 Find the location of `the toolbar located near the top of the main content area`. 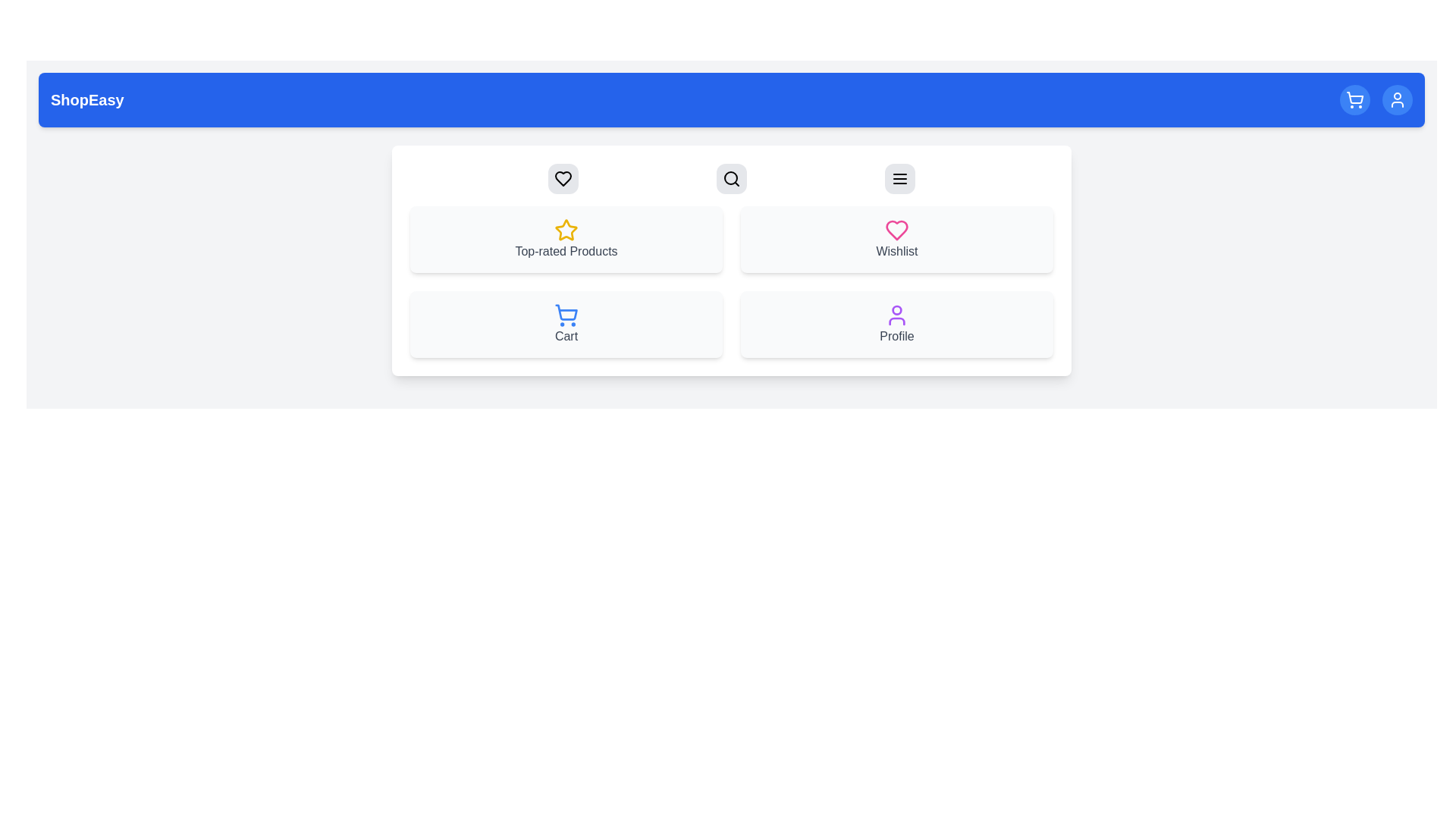

the toolbar located near the top of the main content area is located at coordinates (731, 177).